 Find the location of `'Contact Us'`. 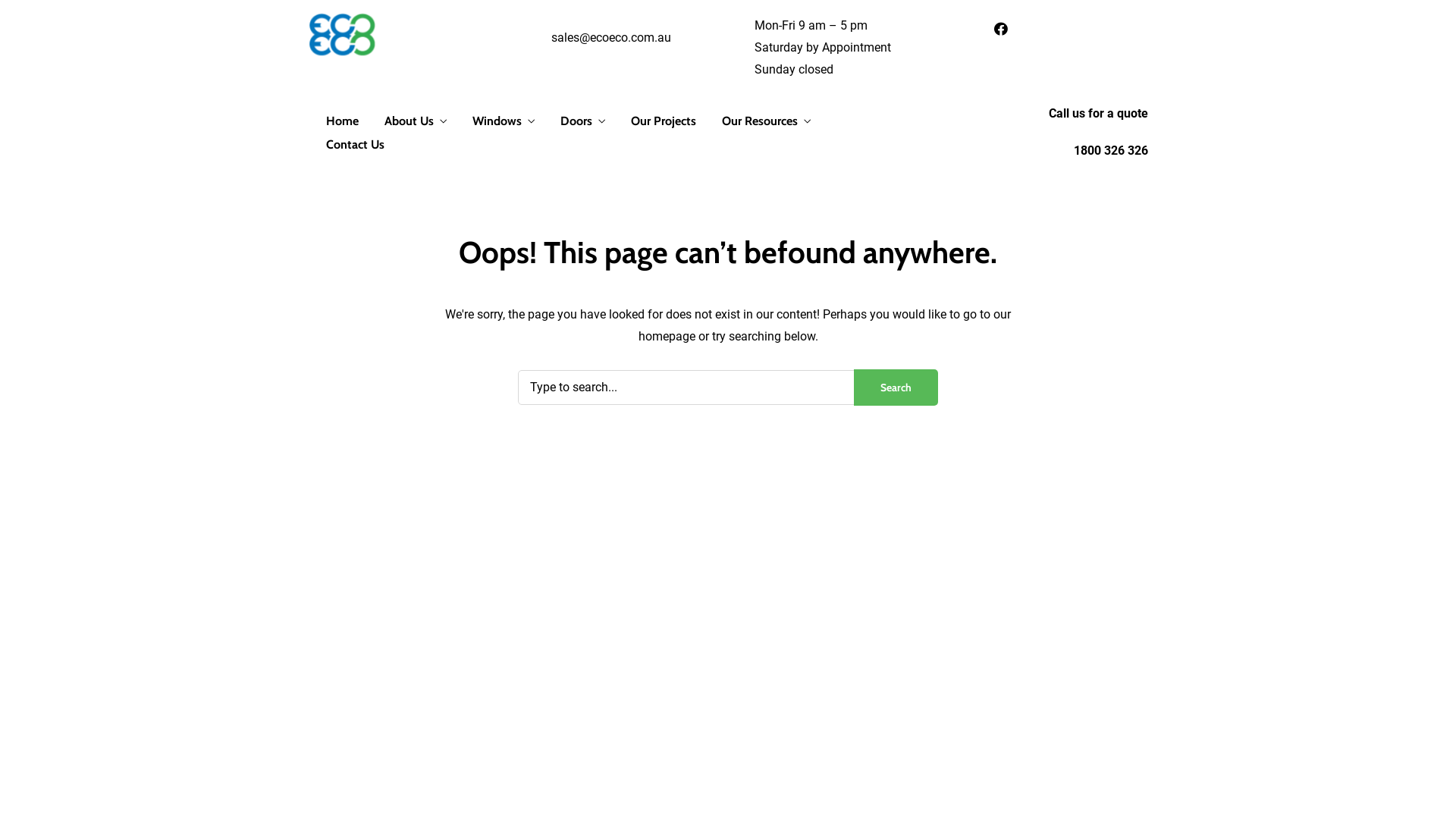

'Contact Us' is located at coordinates (354, 145).